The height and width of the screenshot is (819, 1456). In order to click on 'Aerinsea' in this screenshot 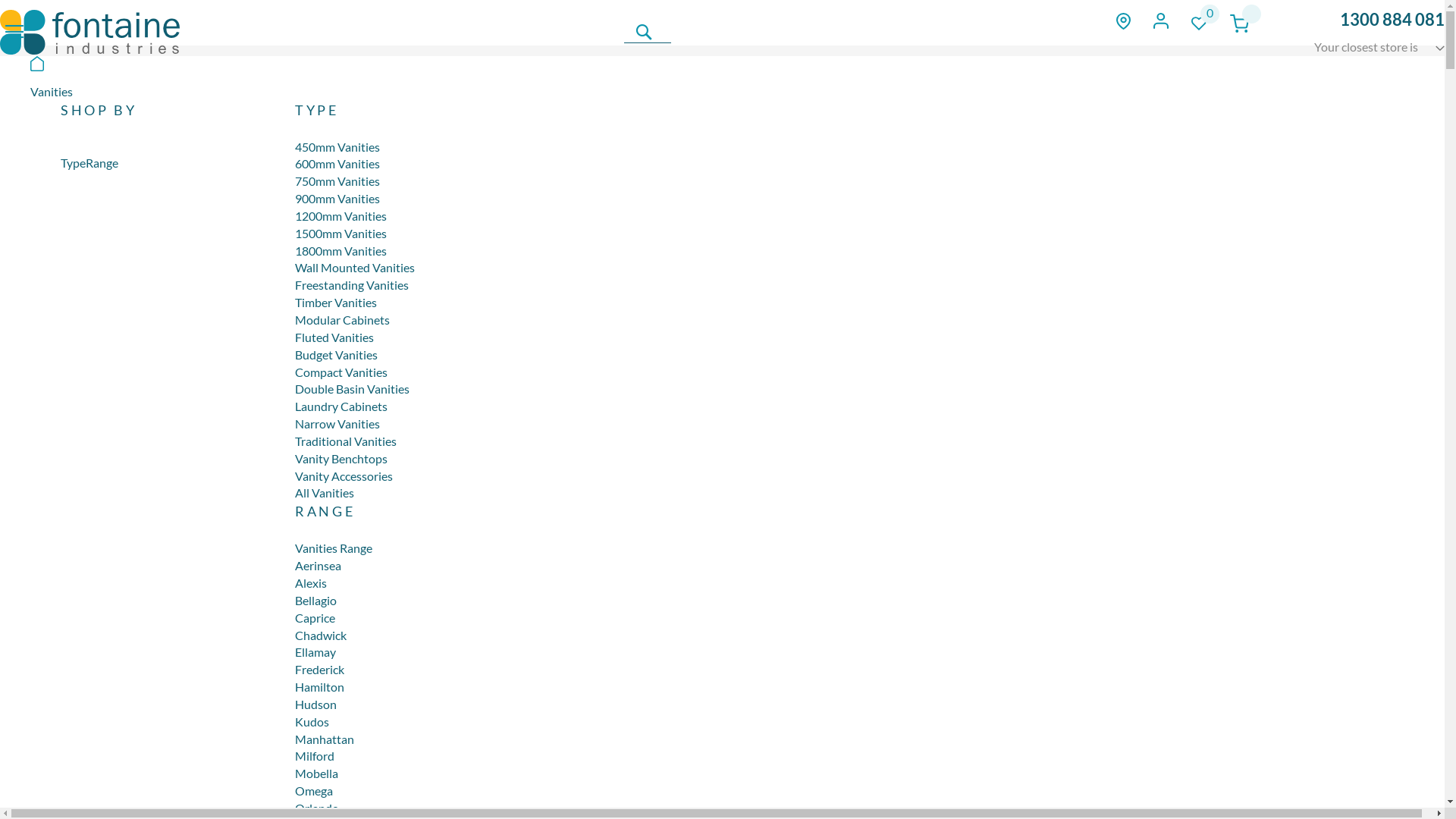, I will do `click(317, 565)`.